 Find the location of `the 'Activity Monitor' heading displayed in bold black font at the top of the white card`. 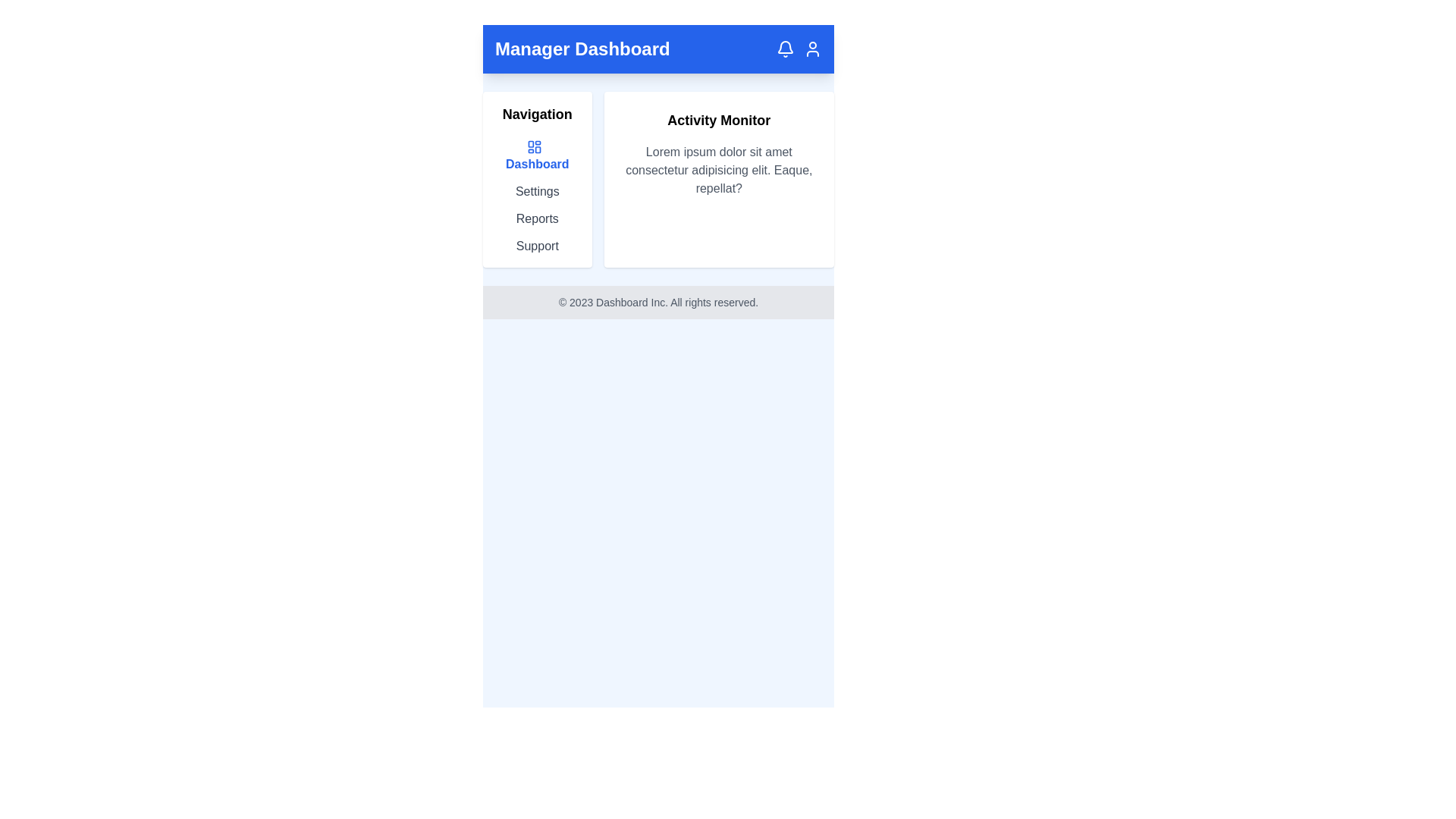

the 'Activity Monitor' heading displayed in bold black font at the top of the white card is located at coordinates (718, 119).